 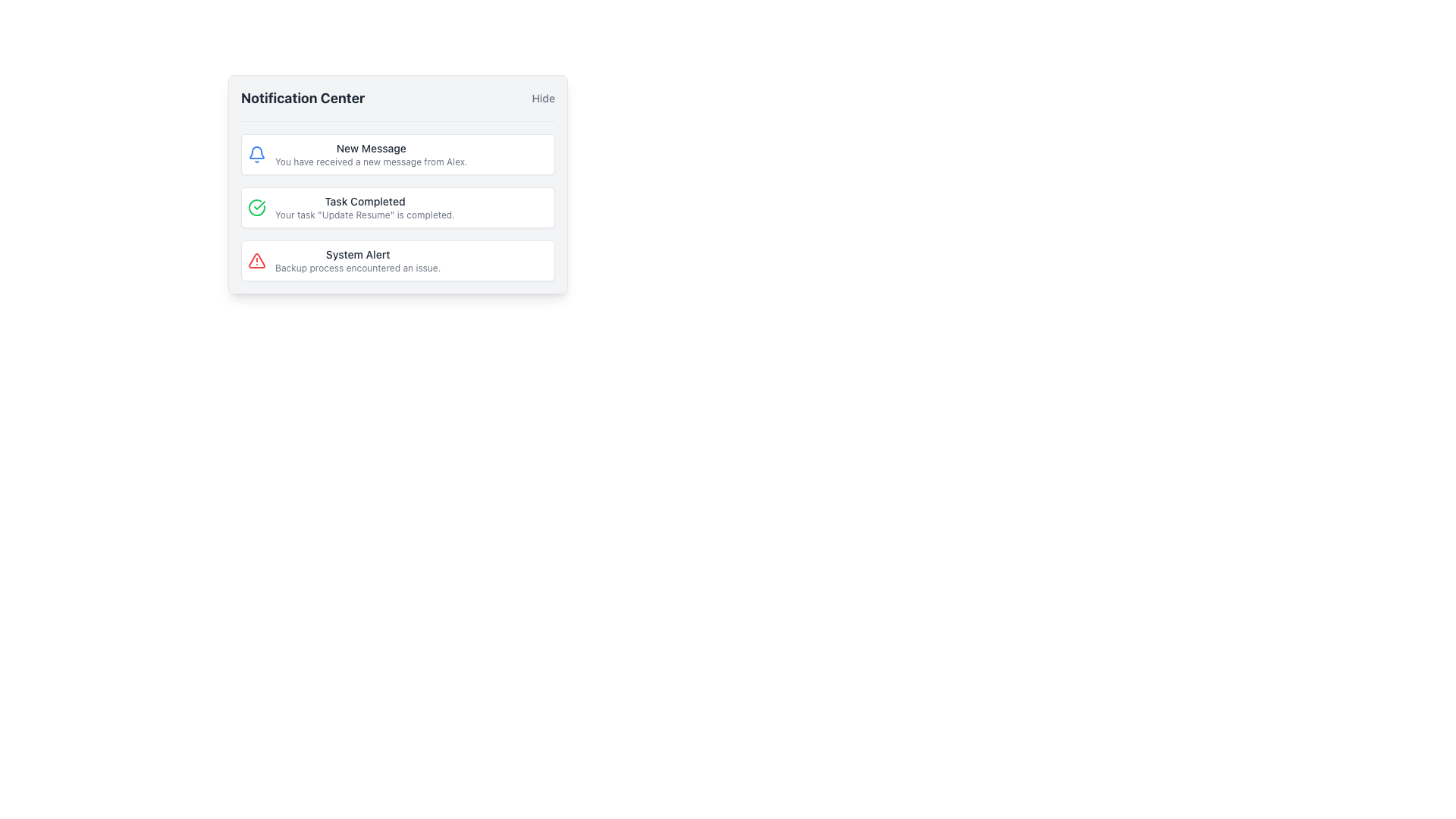 I want to click on the Static Text element that serves as the title or label of the notification, located in the first notification card beneath 'Notification Center', so click(x=371, y=149).